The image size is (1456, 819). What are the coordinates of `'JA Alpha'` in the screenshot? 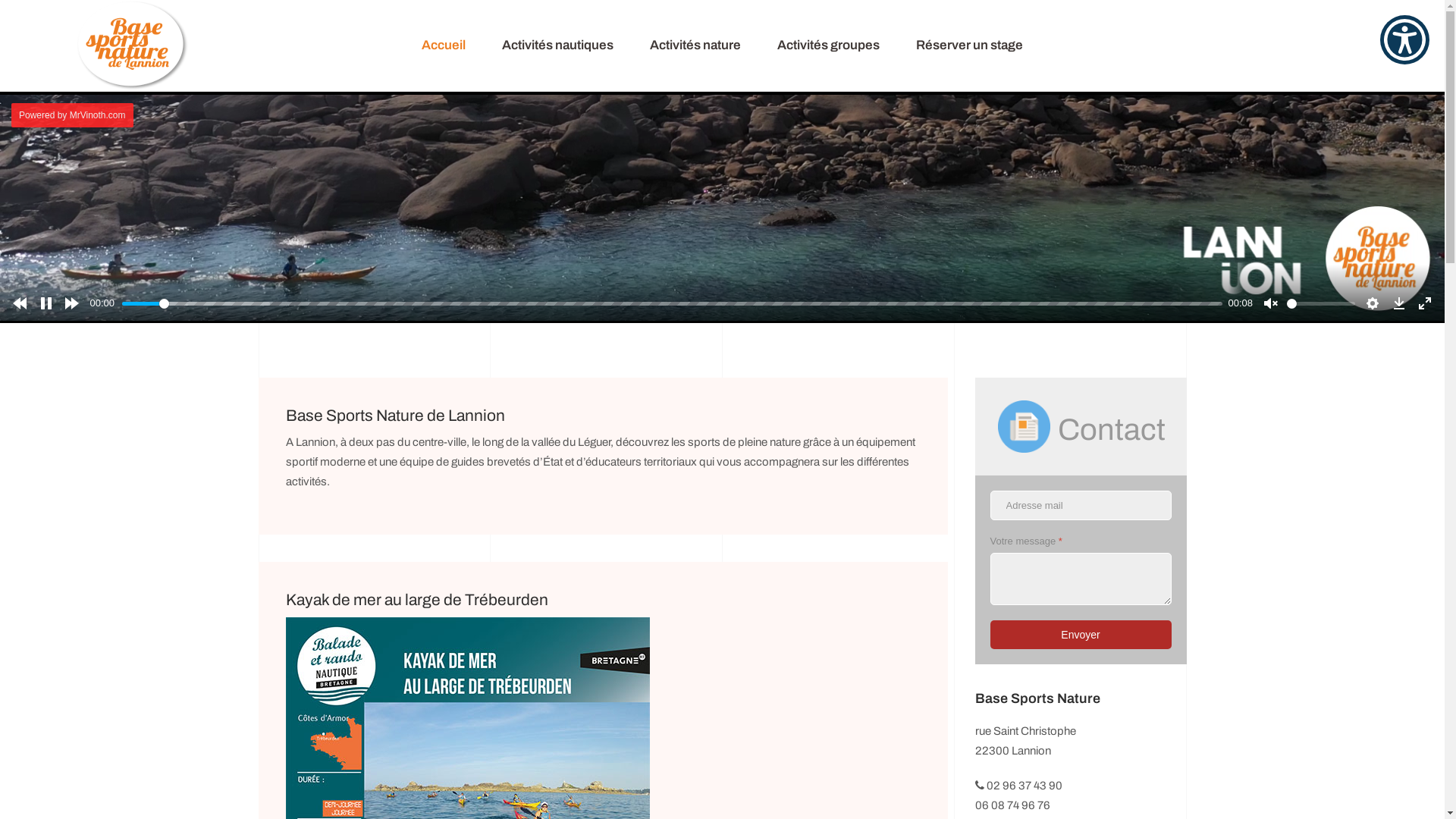 It's located at (132, 45).